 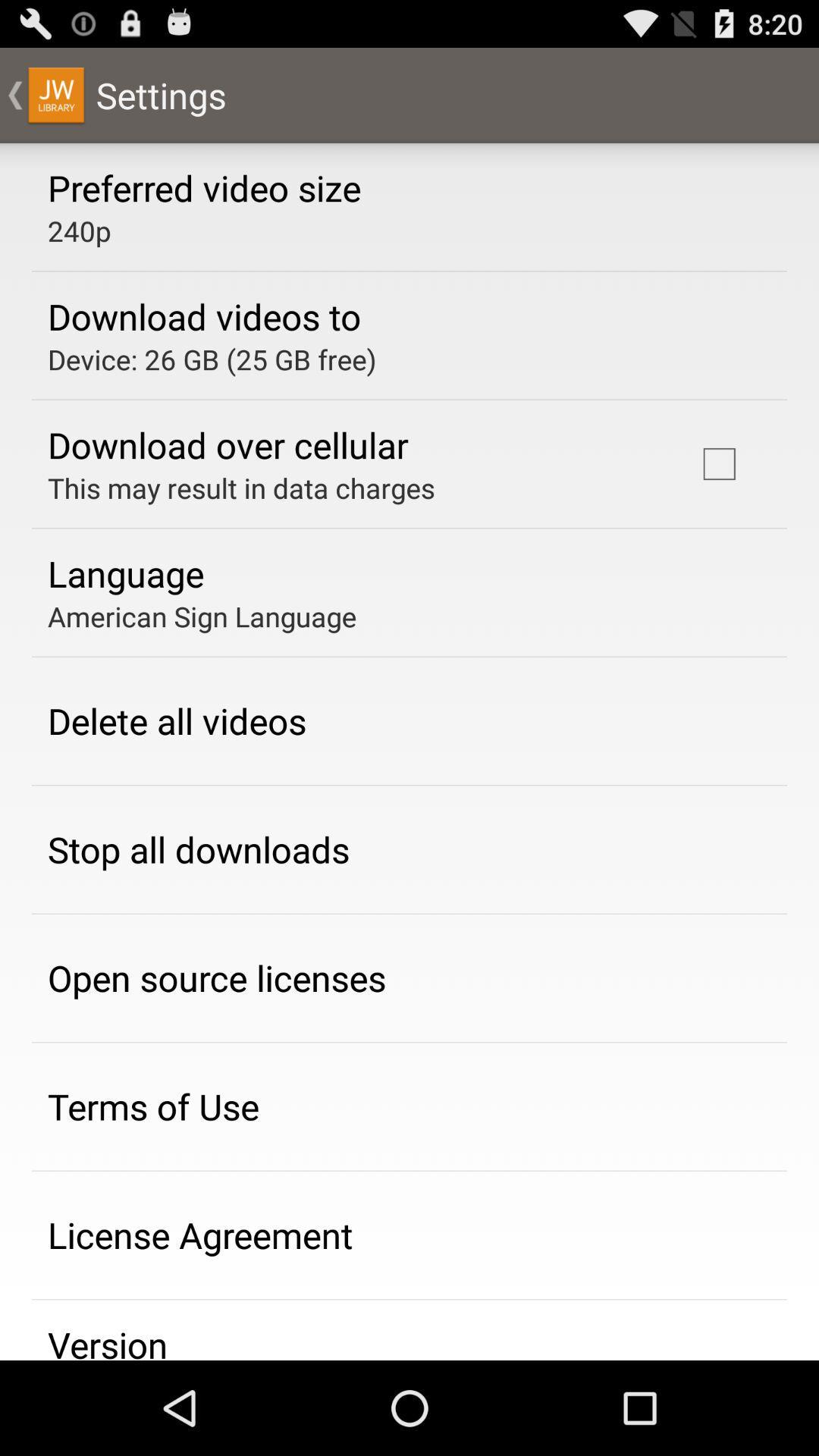 I want to click on app next to this may result item, so click(x=718, y=463).